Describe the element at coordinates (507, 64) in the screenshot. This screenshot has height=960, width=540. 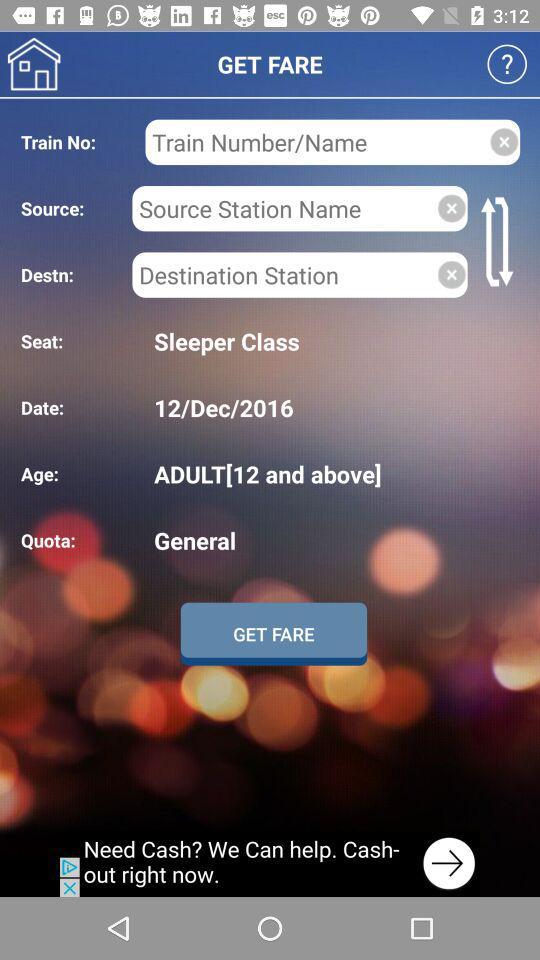
I see `help icon` at that location.